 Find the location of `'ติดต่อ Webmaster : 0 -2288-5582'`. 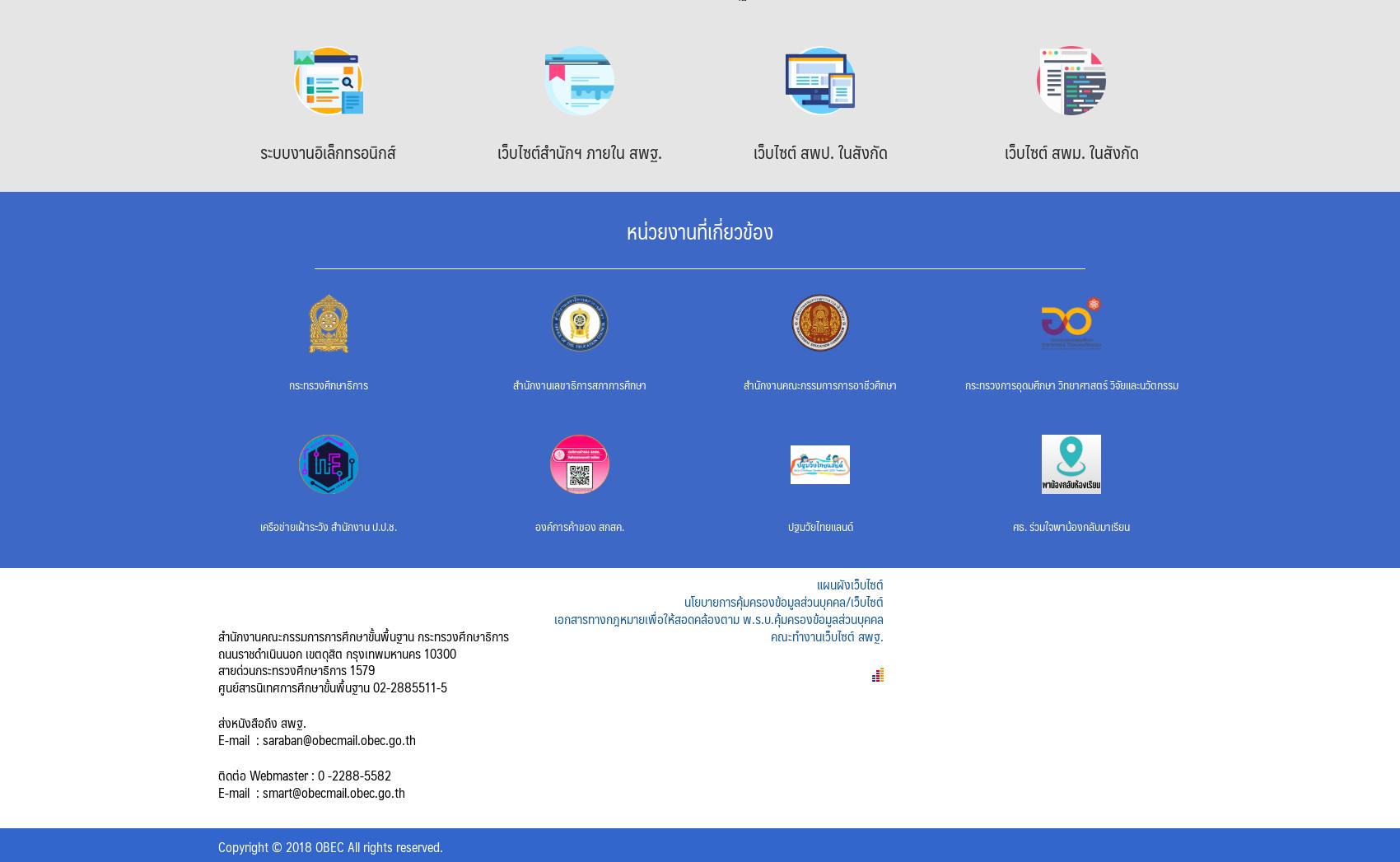

'ติดต่อ Webmaster : 0 -2288-5582' is located at coordinates (303, 775).